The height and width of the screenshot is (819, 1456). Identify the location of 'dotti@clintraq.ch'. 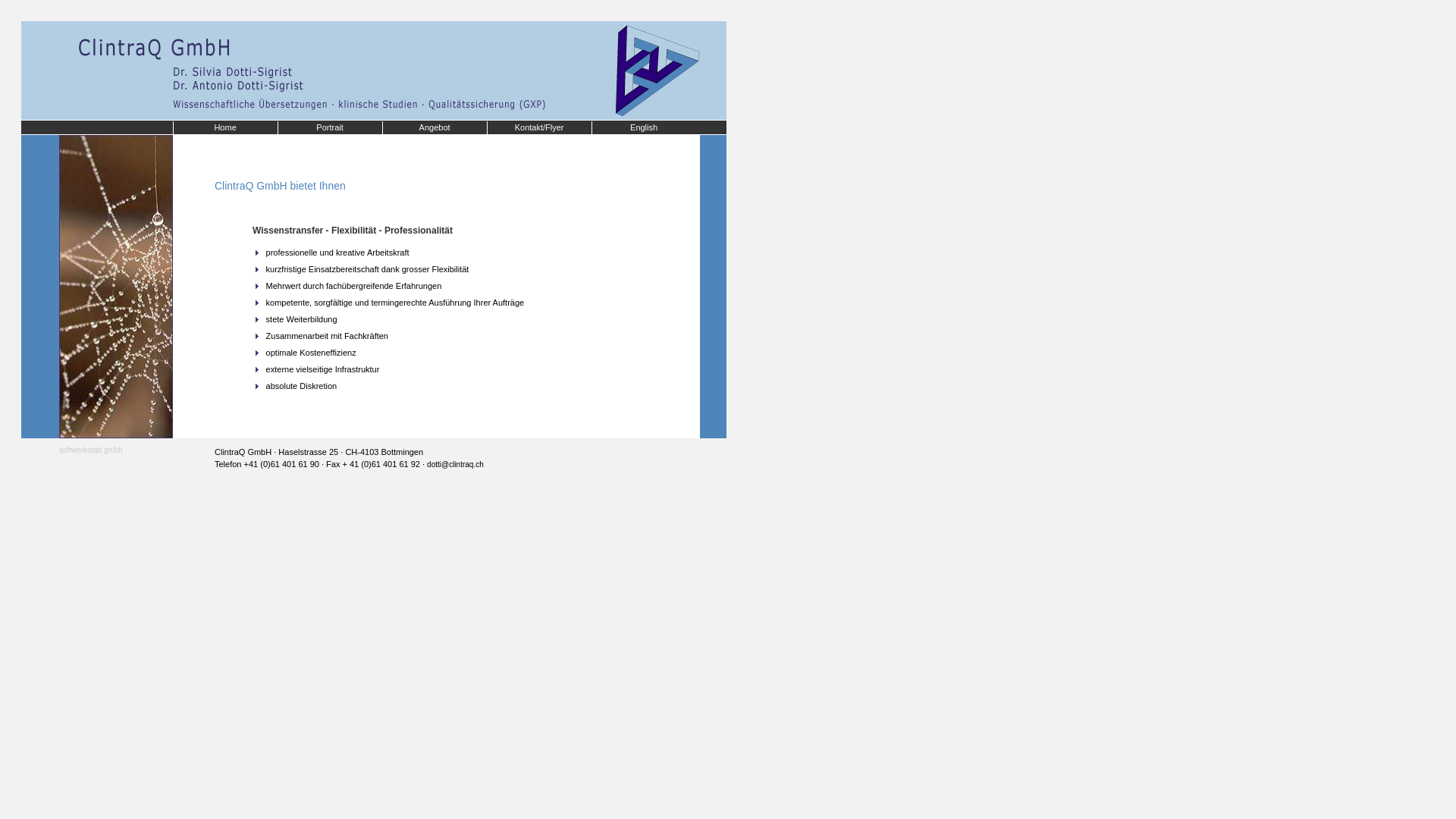
(454, 463).